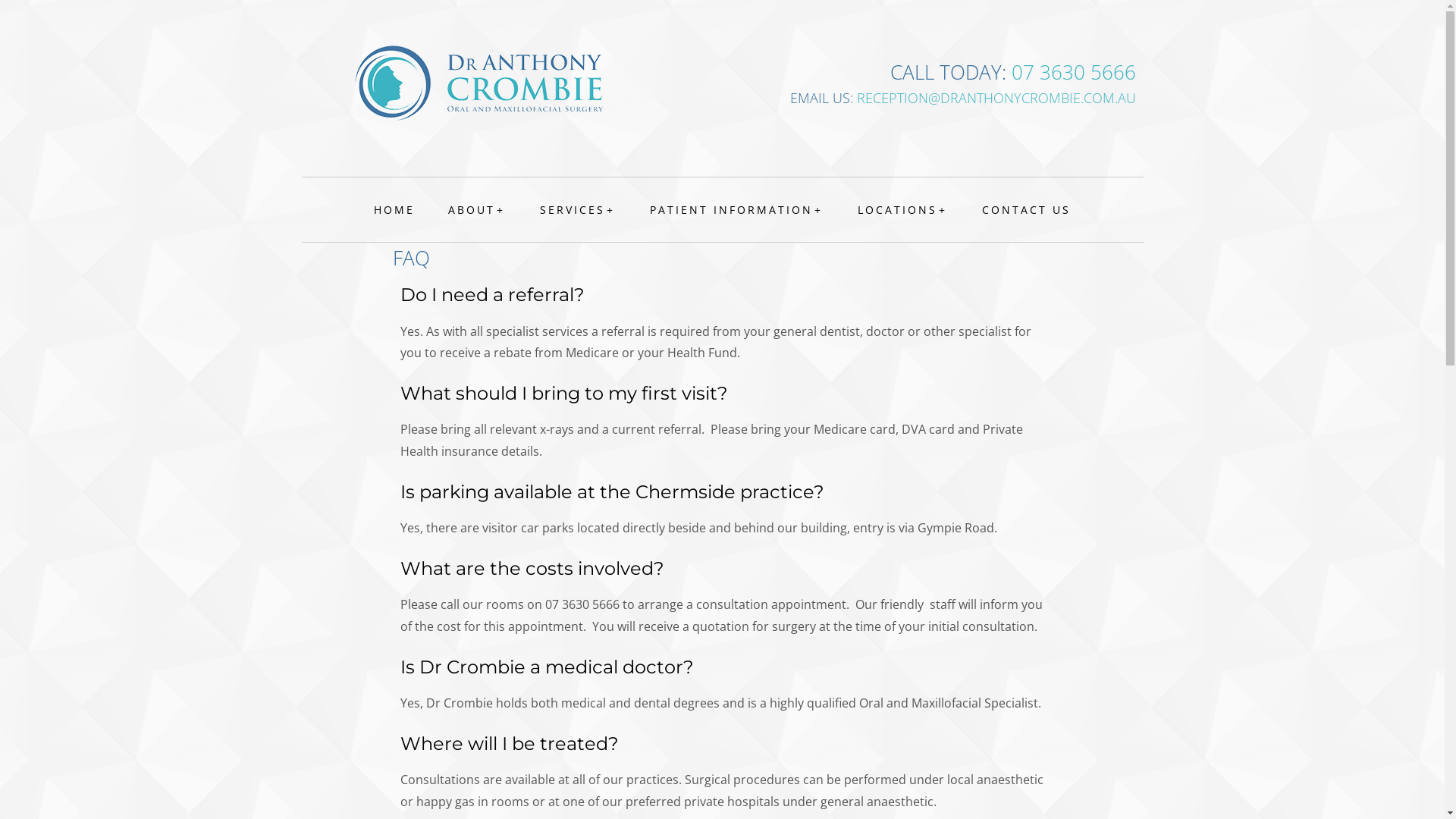 This screenshot has height=819, width=1456. Describe the element at coordinates (394, 209) in the screenshot. I see `'HOME'` at that location.